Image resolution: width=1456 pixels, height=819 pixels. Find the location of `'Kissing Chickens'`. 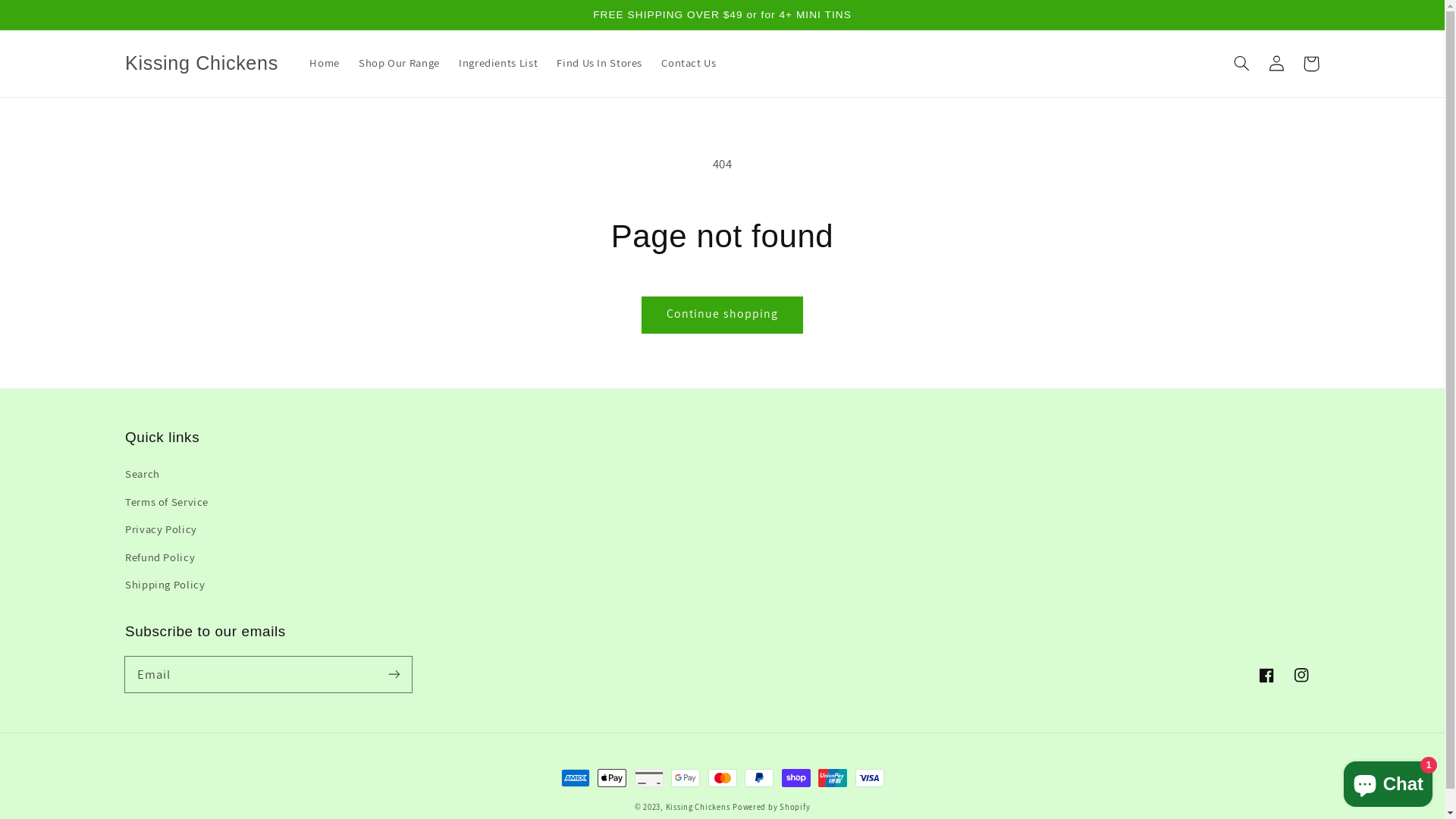

'Kissing Chickens' is located at coordinates (200, 62).